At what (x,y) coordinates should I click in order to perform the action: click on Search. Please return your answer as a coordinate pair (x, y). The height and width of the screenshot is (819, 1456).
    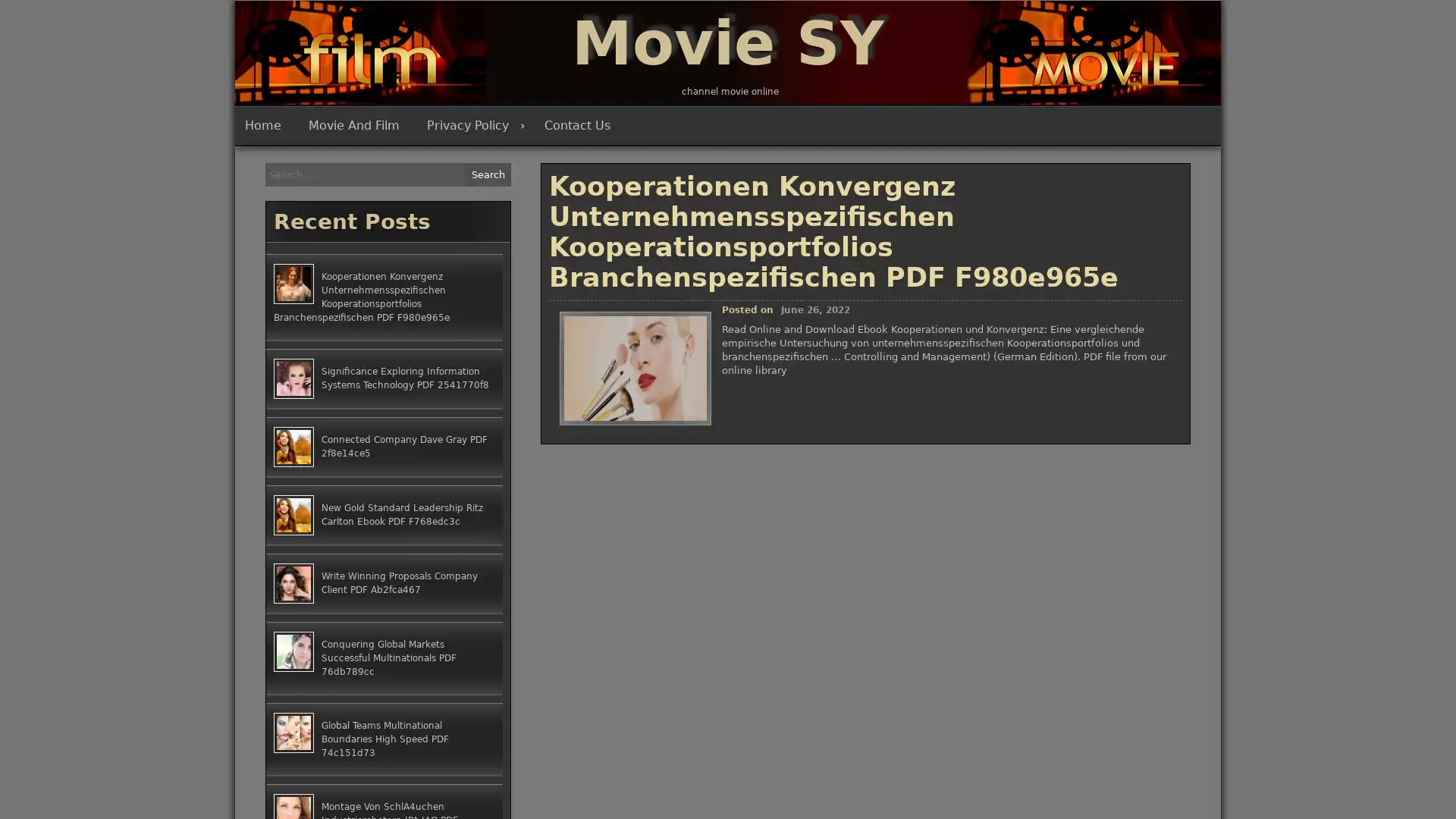
    Looking at the image, I should click on (488, 174).